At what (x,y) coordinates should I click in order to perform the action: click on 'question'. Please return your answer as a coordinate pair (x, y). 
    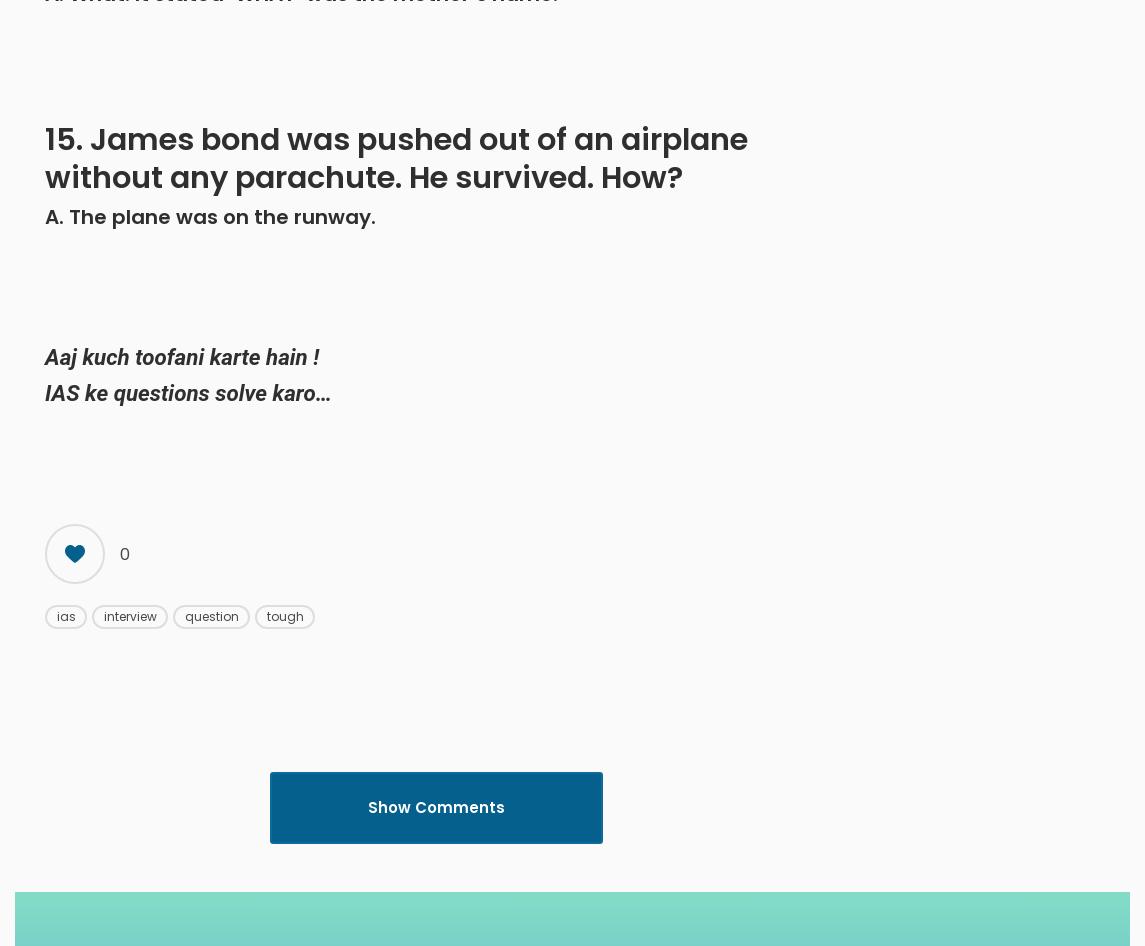
    Looking at the image, I should click on (184, 615).